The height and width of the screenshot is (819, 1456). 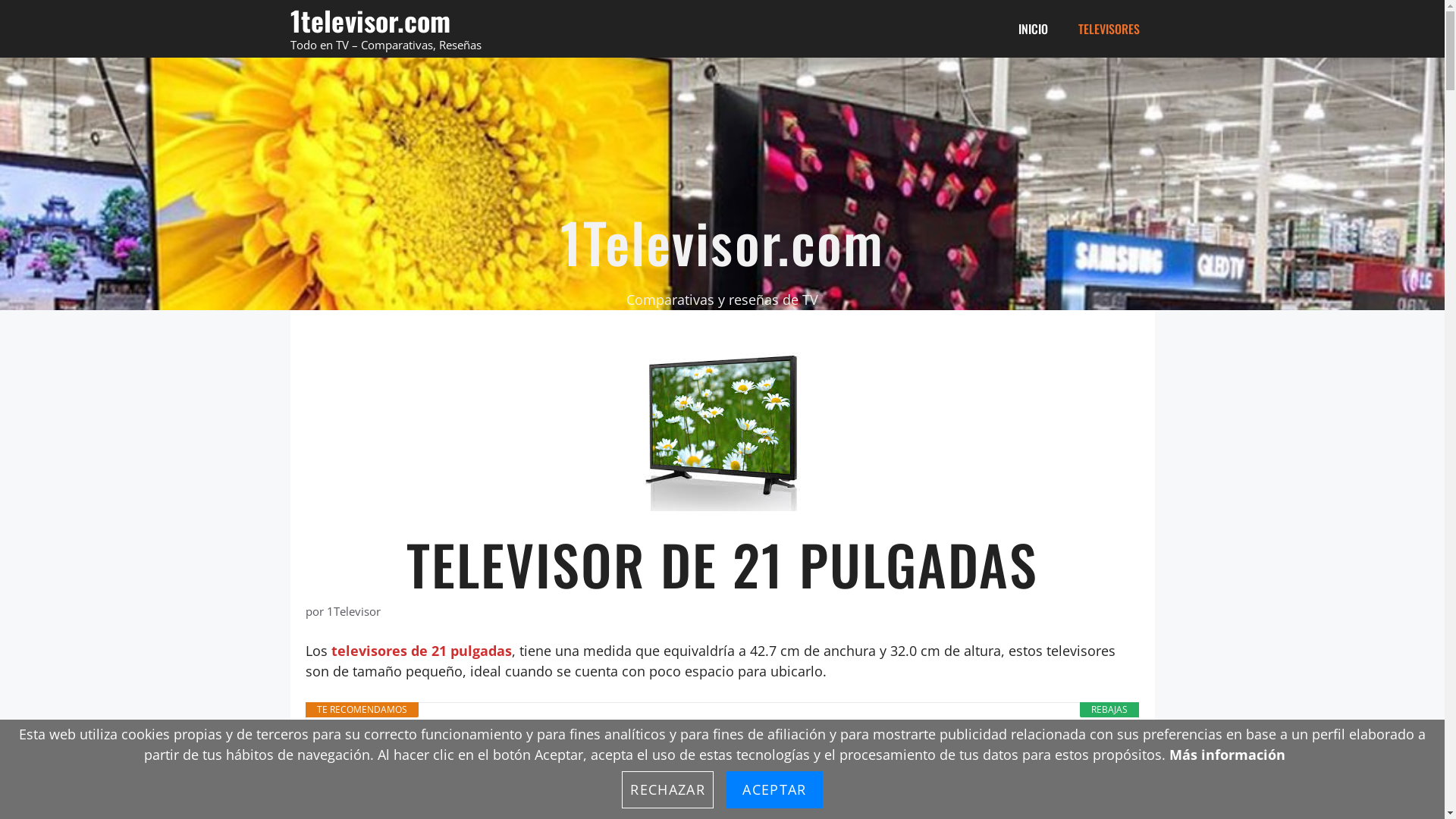 What do you see at coordinates (622, 789) in the screenshot?
I see `'RECHAZAR'` at bounding box center [622, 789].